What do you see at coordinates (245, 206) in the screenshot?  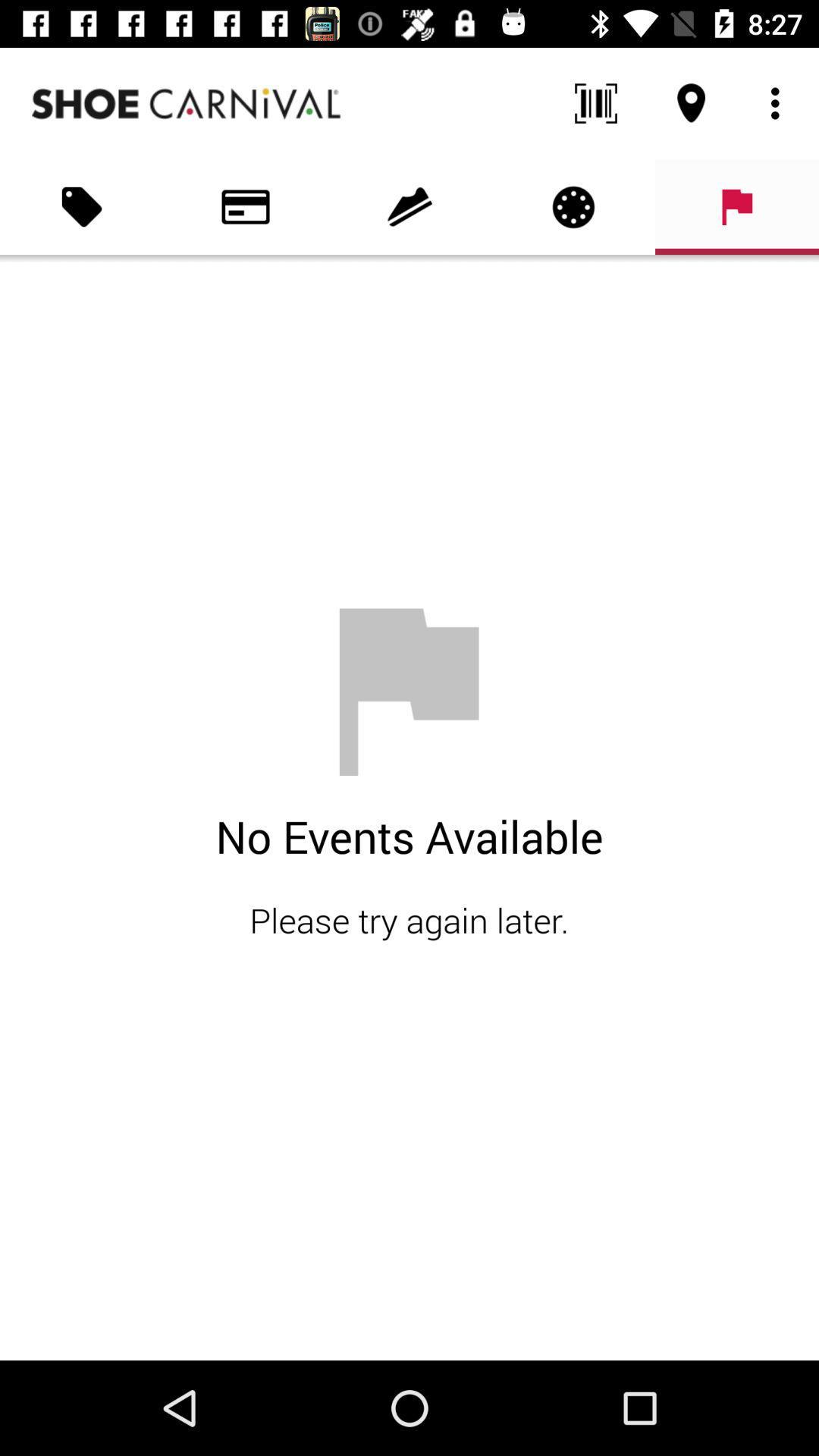 I see `second option in second row` at bounding box center [245, 206].